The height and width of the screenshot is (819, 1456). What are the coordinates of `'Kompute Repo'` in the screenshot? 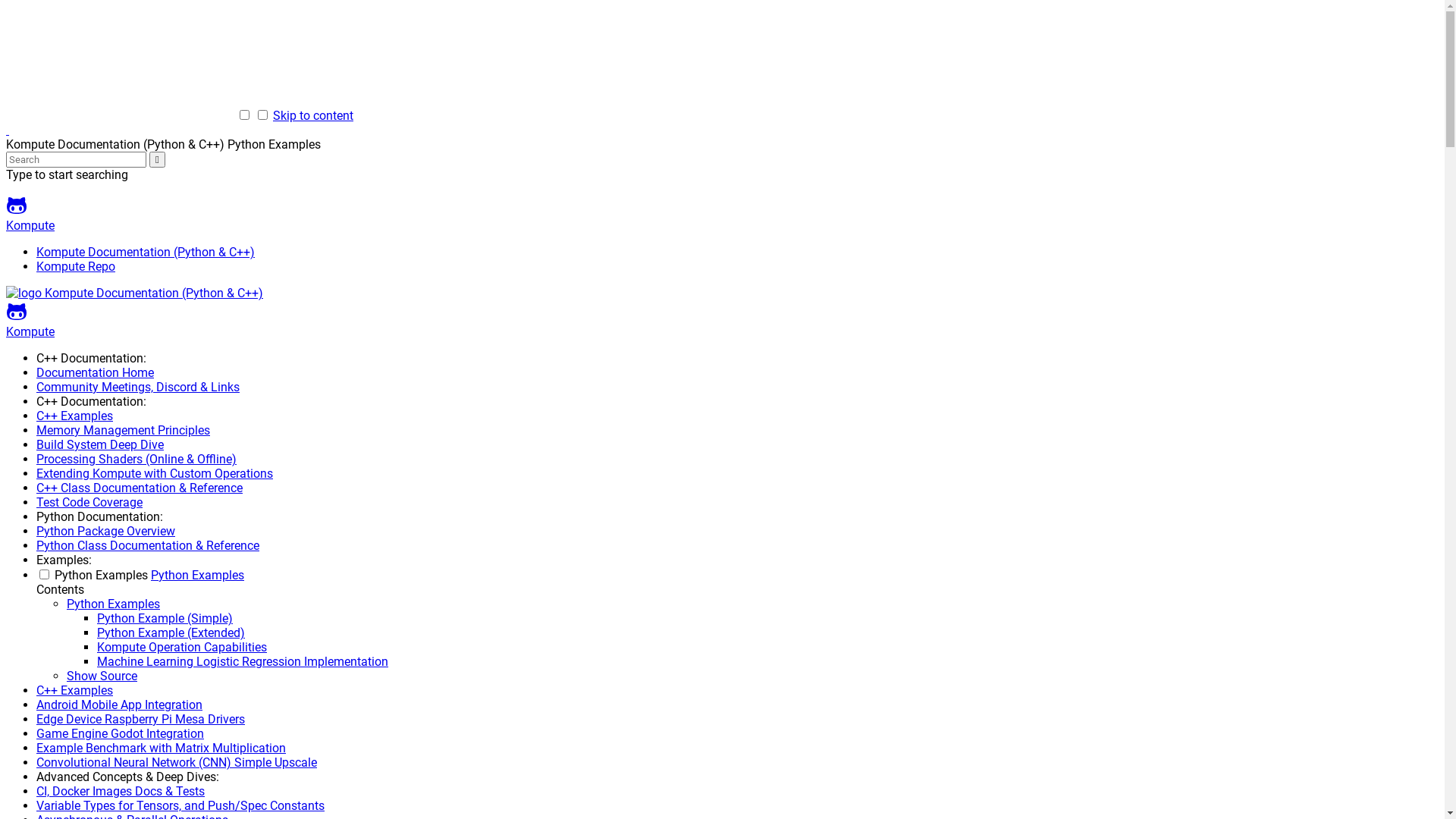 It's located at (75, 265).